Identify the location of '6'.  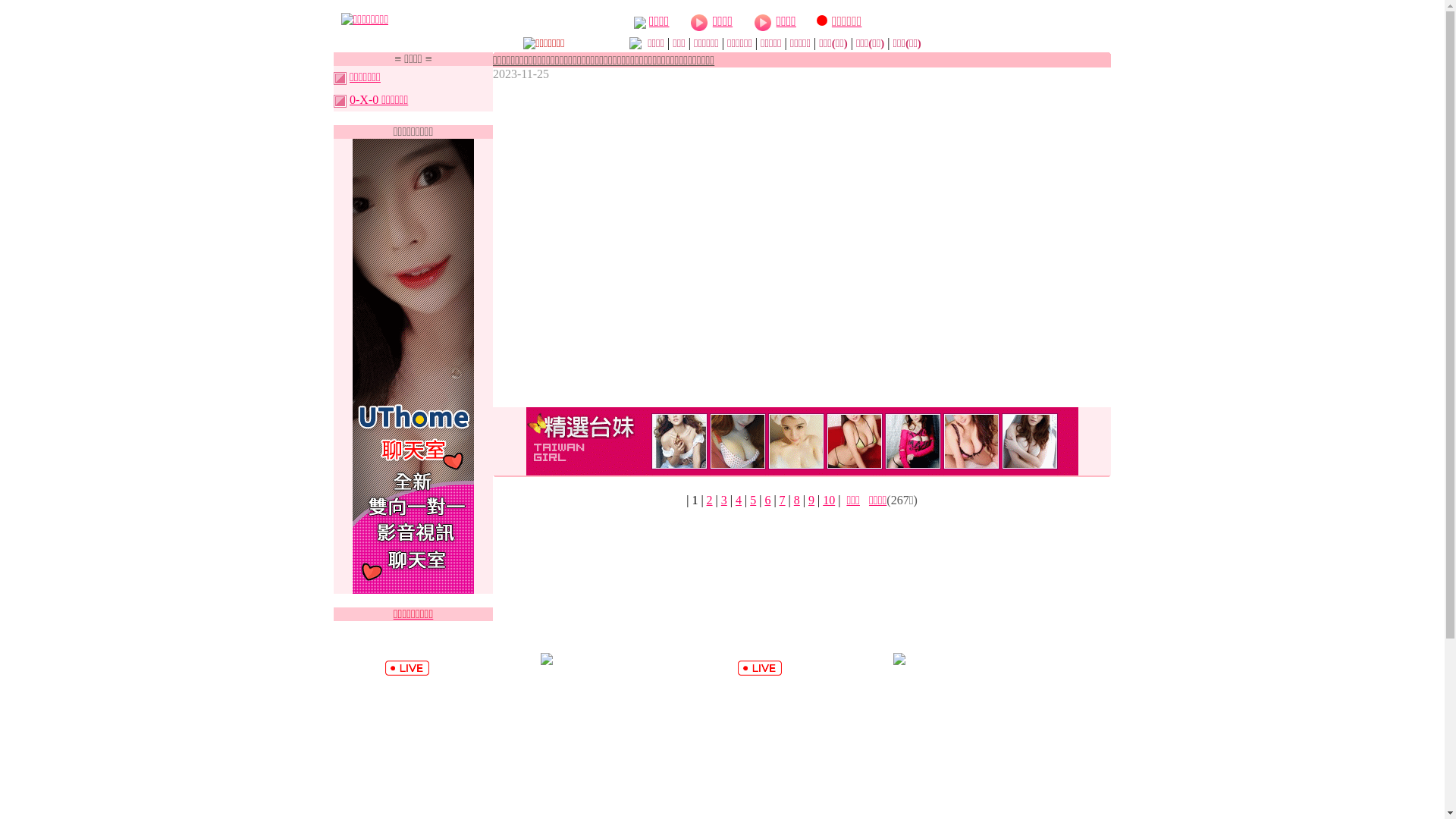
(767, 500).